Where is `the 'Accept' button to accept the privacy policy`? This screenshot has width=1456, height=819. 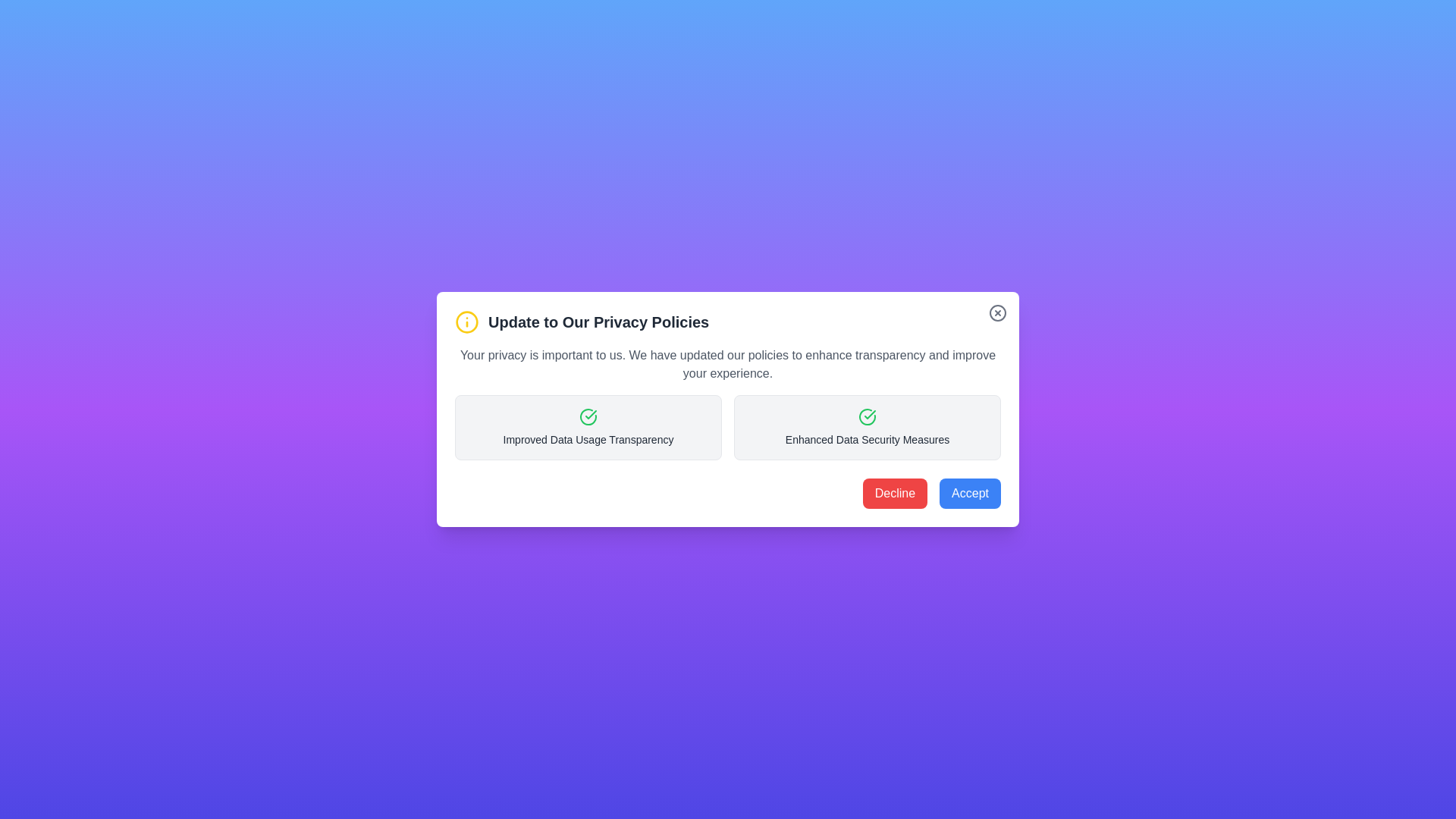 the 'Accept' button to accept the privacy policy is located at coordinates (969, 494).